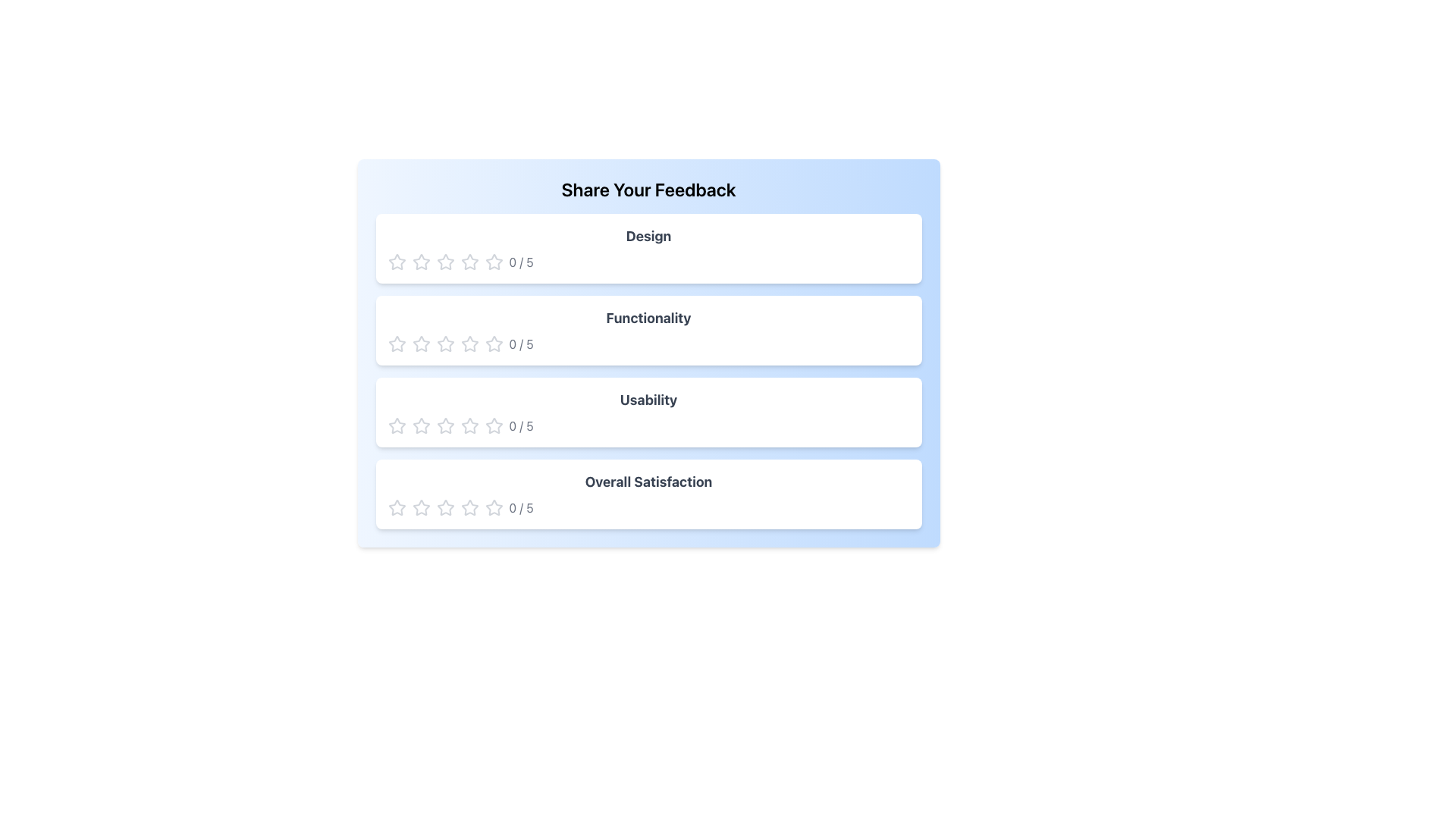  Describe the element at coordinates (494, 344) in the screenshot. I see `the fourth interactive star icon` at that location.